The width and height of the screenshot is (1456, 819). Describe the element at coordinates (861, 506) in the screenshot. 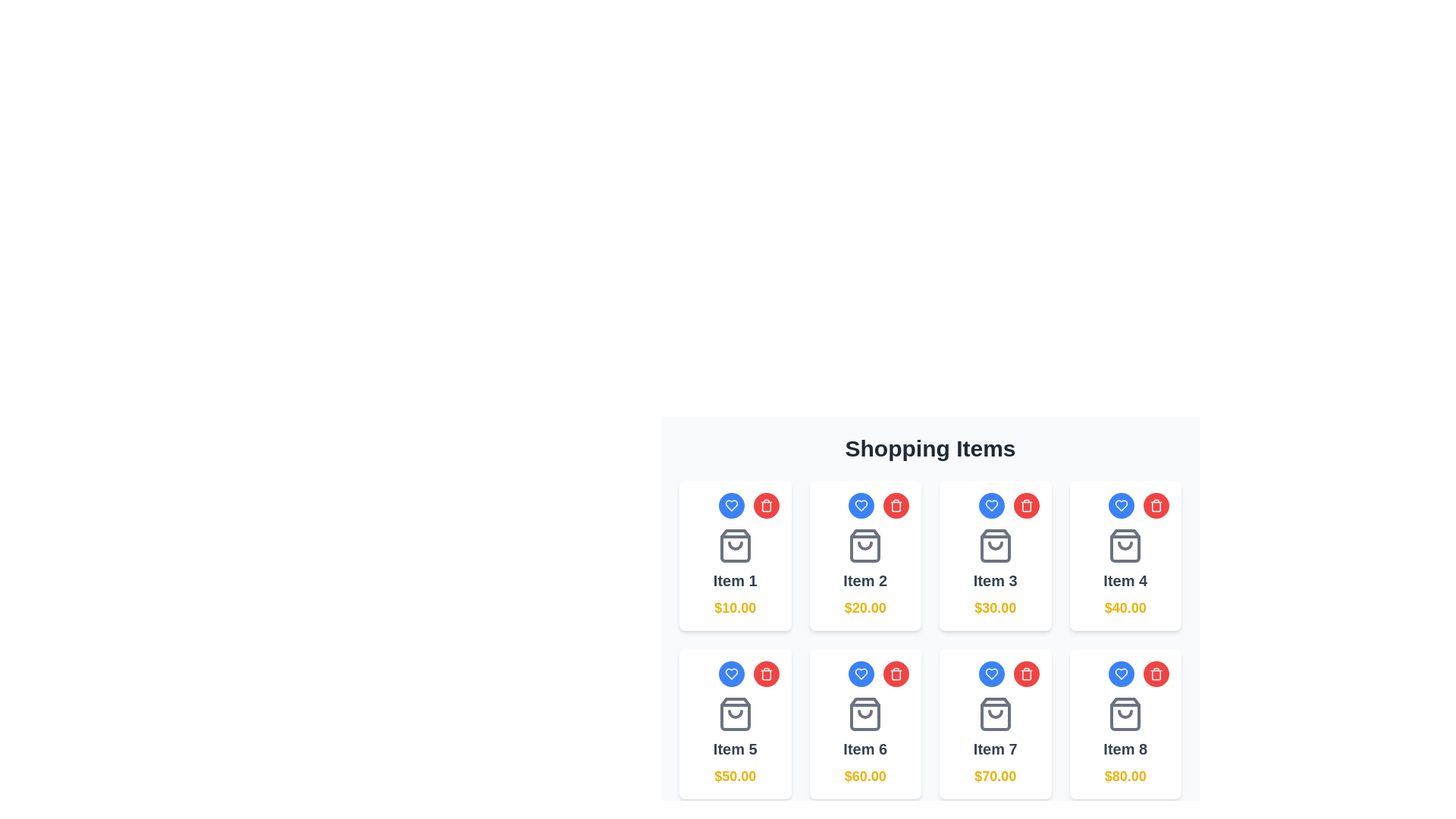

I see `the circular blue button with a heart icon, which is the first button in the action set for 'Item 2' in the 'Shopping Items' grid layout` at that location.